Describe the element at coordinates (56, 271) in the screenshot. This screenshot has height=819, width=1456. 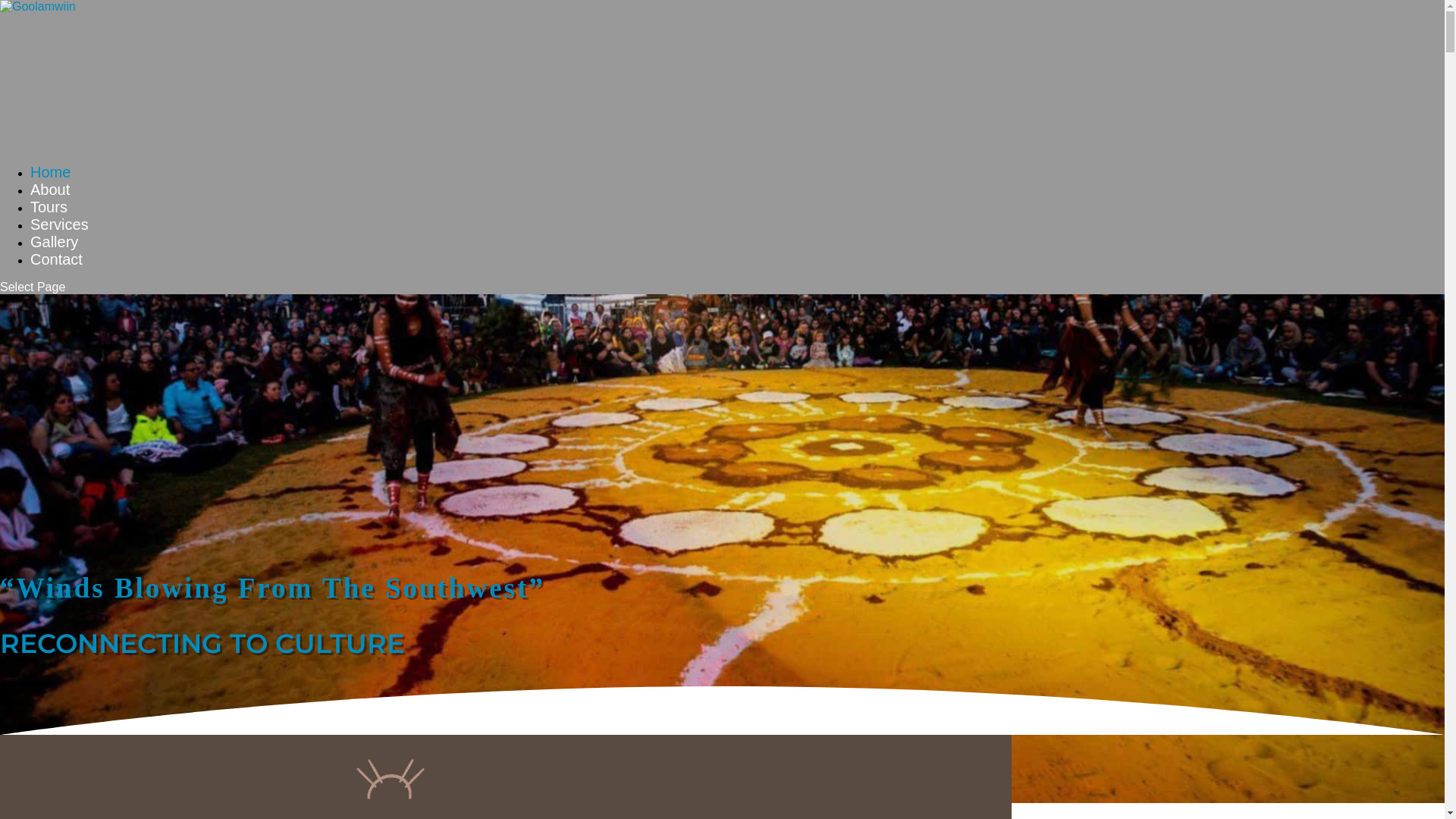
I see `'Contact'` at that location.